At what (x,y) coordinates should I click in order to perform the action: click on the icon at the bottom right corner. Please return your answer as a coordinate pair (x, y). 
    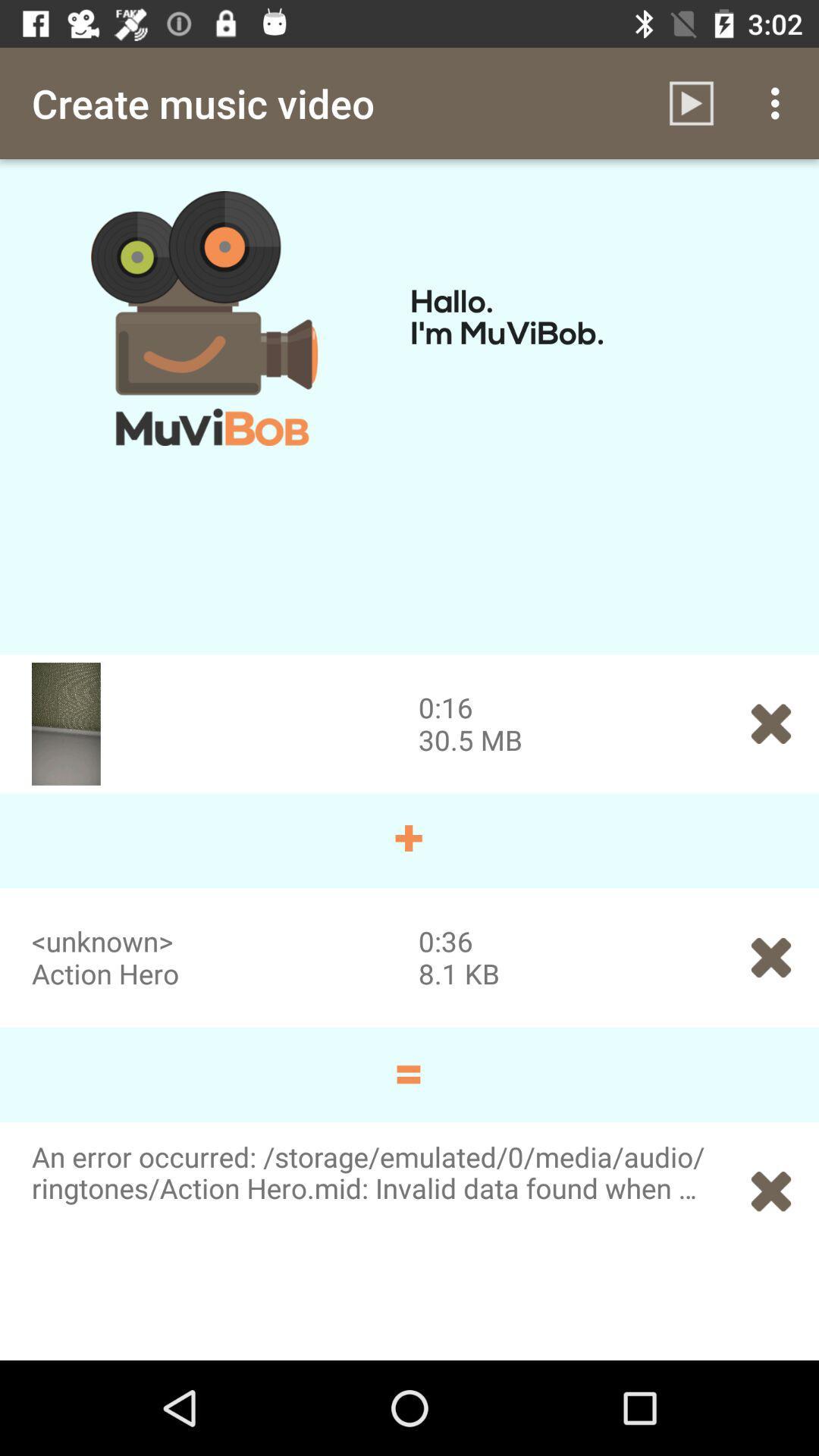
    Looking at the image, I should click on (771, 1191).